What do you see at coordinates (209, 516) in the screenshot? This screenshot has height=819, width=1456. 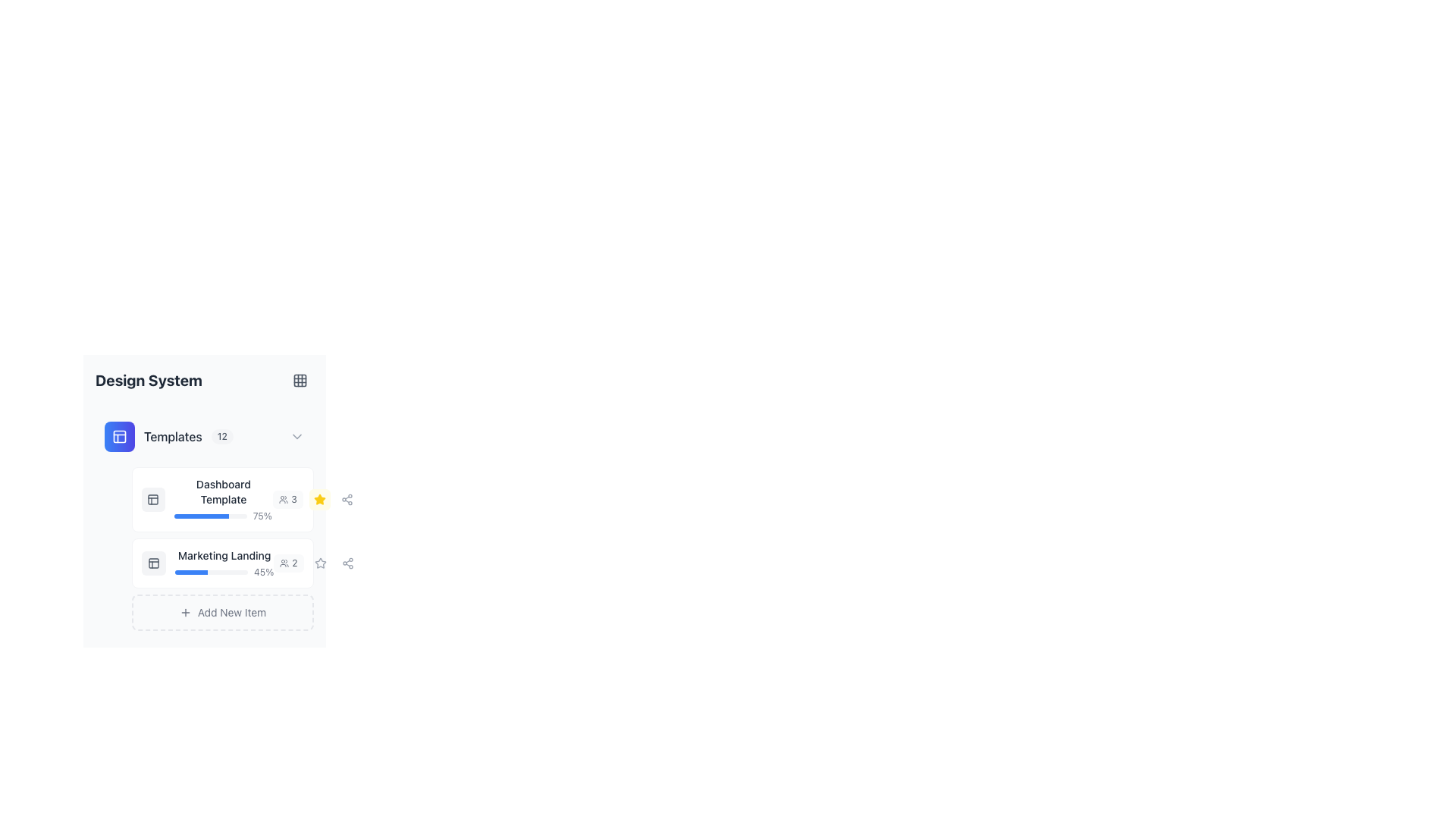 I see `the progress bar located within the 'Dashboard Template' card, positioned directly below the title text and above the '75%' label` at bounding box center [209, 516].